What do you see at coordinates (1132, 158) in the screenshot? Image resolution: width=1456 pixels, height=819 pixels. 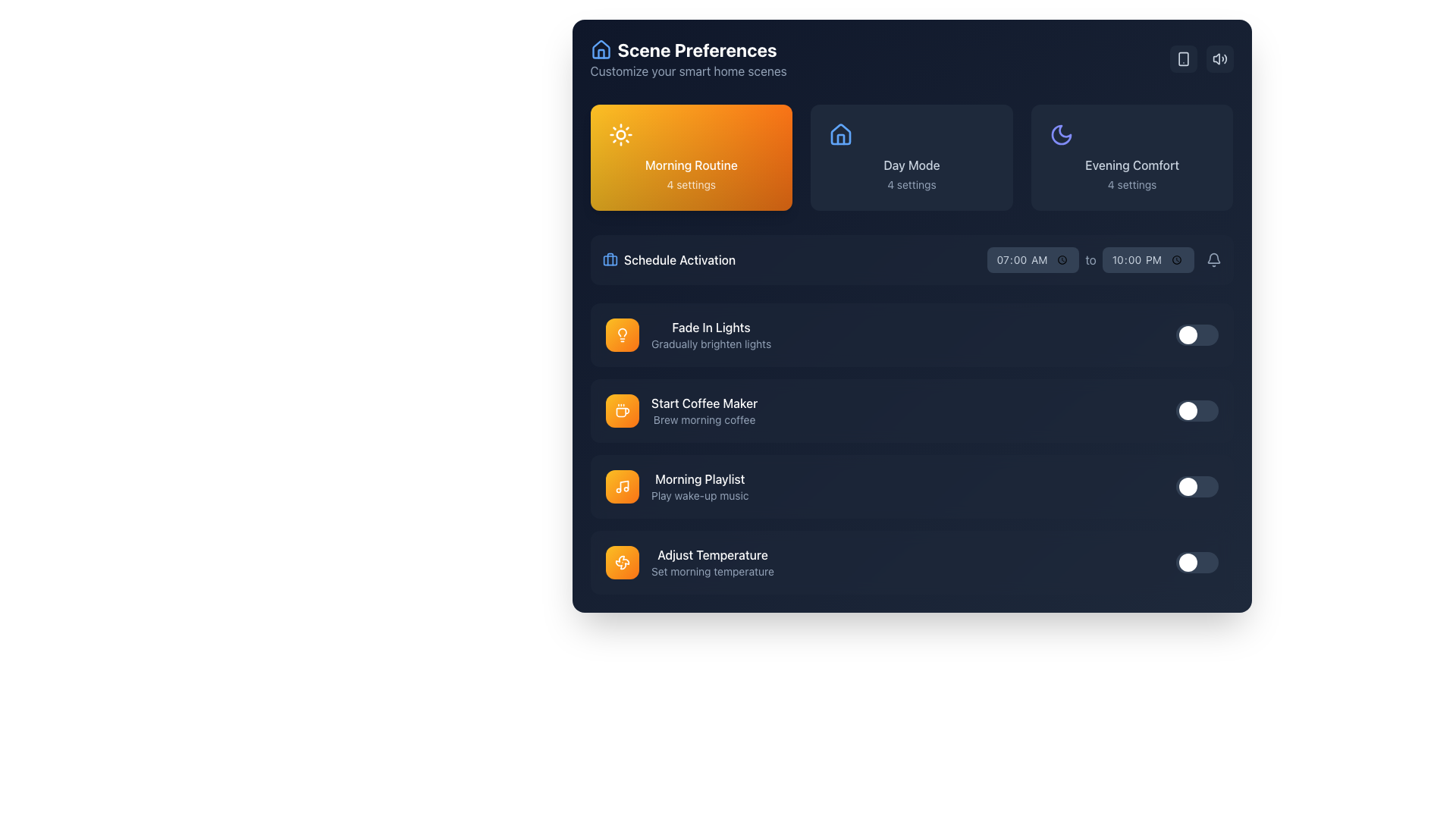 I see `the interactive button labeled 'Evening Comfort' with a moon icon` at bounding box center [1132, 158].